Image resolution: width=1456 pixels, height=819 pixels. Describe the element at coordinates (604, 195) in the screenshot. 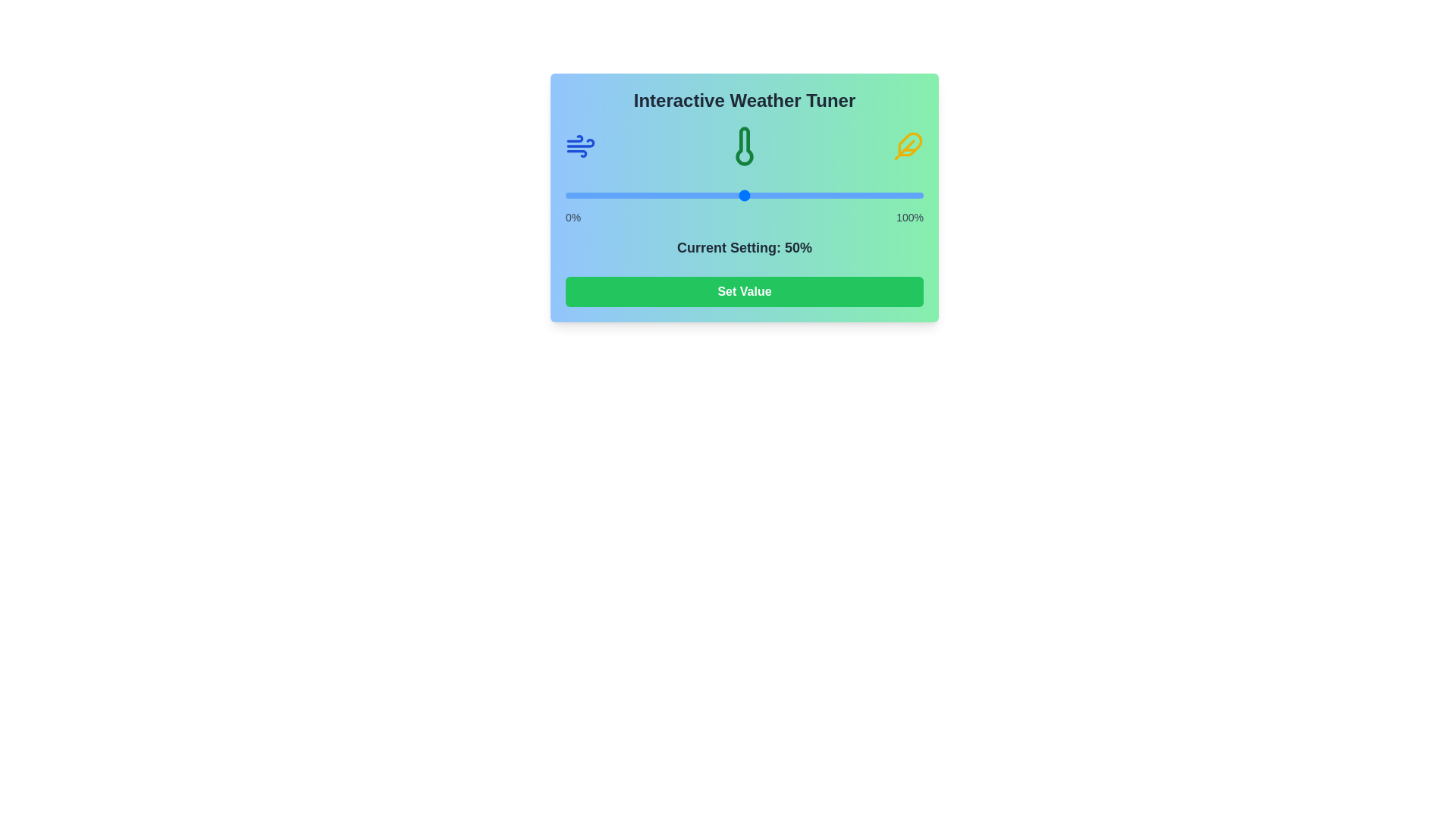

I see `the slider to set its value to 11%` at that location.